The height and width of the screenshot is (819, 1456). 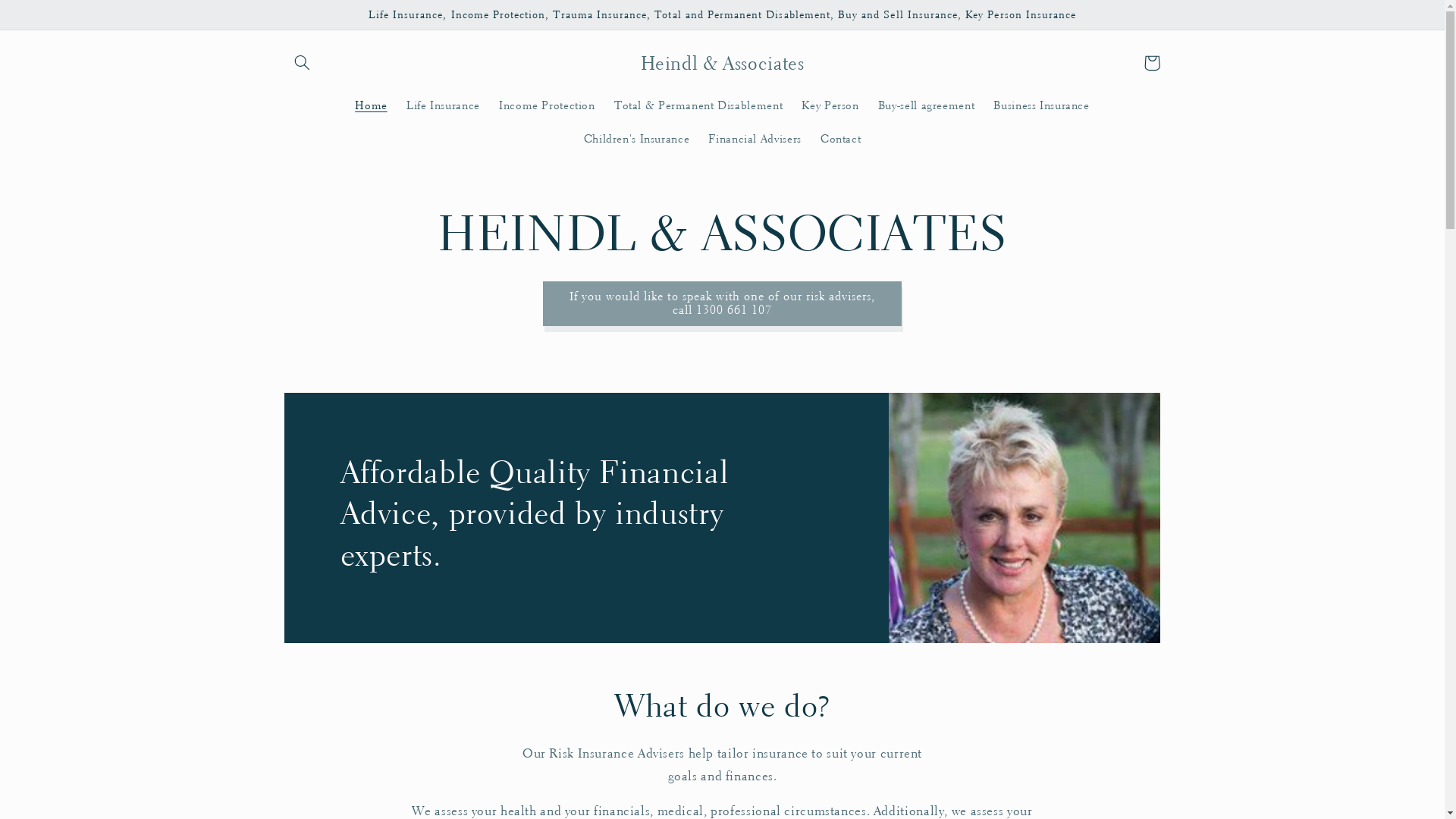 What do you see at coordinates (546, 104) in the screenshot?
I see `'Income Protection'` at bounding box center [546, 104].